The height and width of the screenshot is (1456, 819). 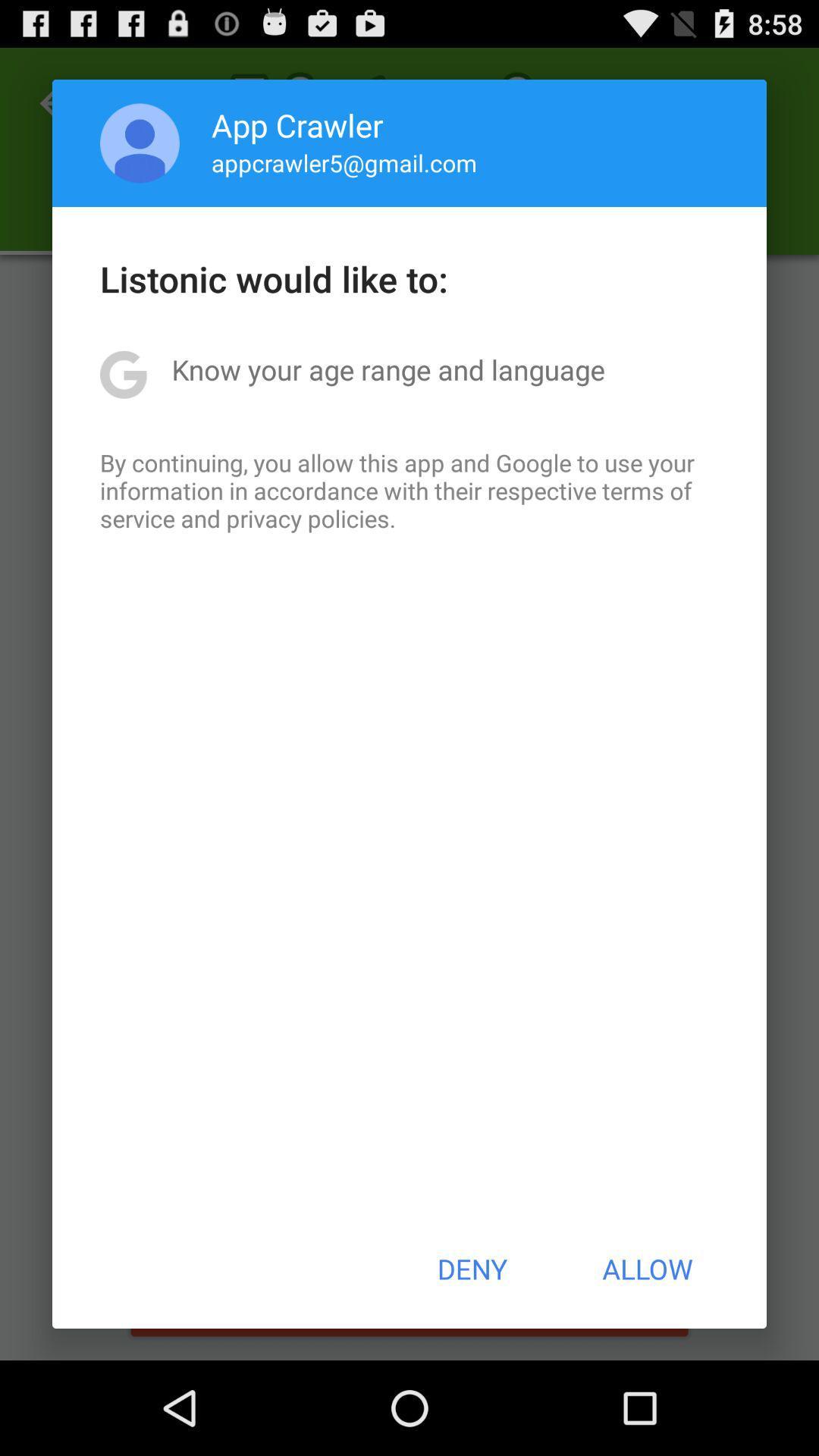 What do you see at coordinates (140, 143) in the screenshot?
I see `the item to the left of the app crawler` at bounding box center [140, 143].